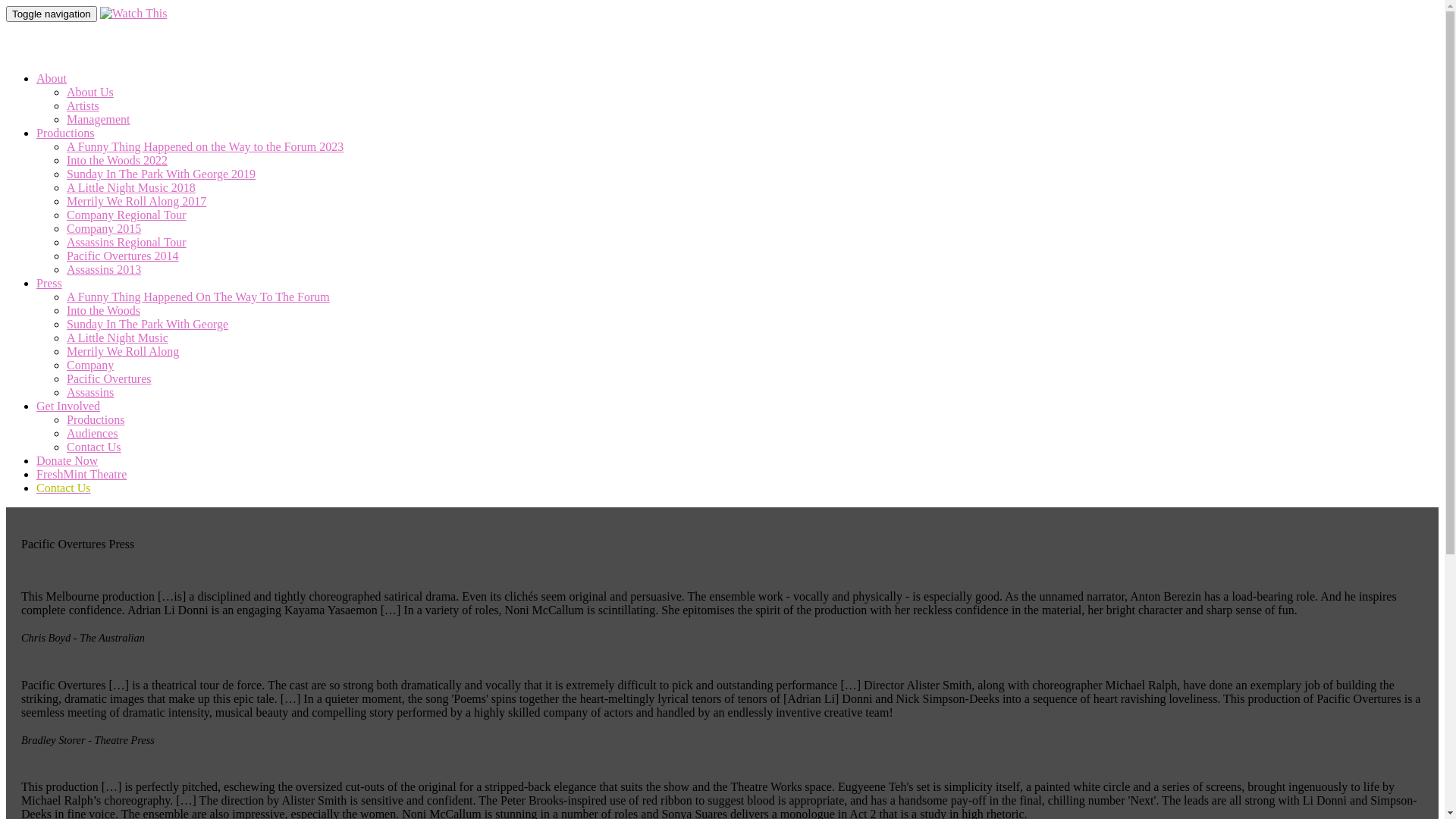 This screenshot has height=819, width=1456. Describe the element at coordinates (97, 118) in the screenshot. I see `'Management'` at that location.